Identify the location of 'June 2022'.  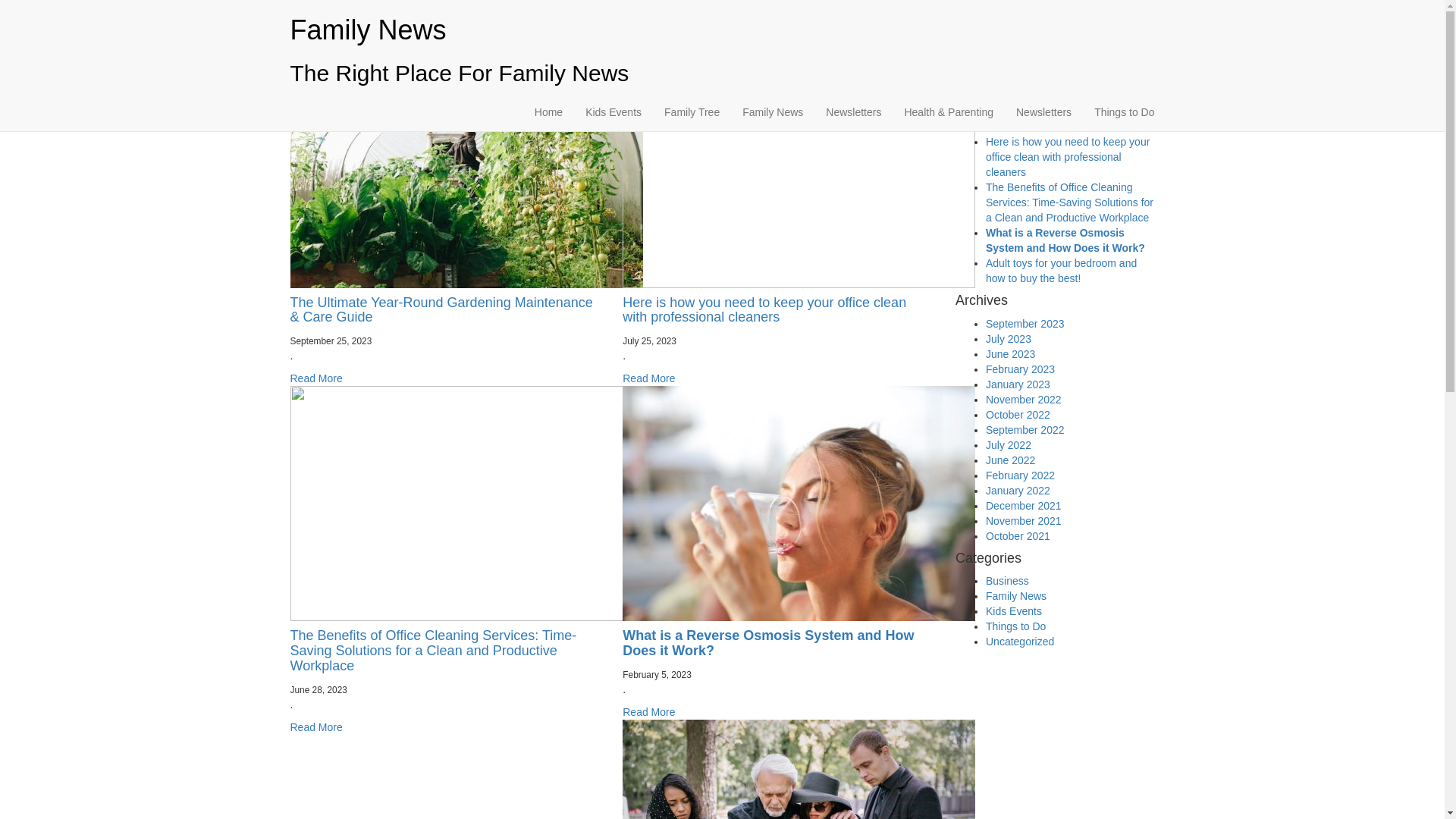
(1010, 459).